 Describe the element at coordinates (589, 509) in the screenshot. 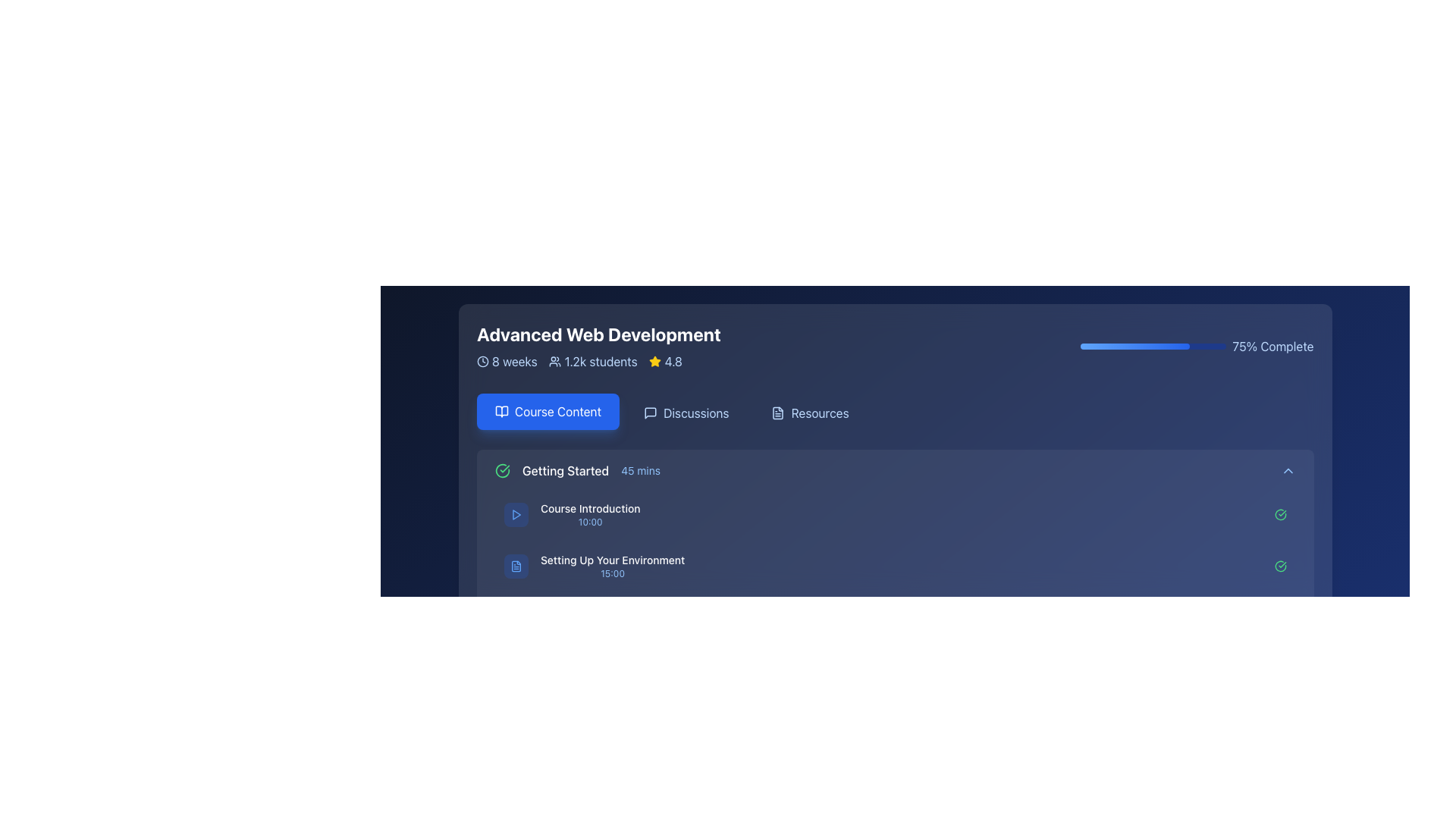

I see `the text label element displaying 'Course Introduction', which is styled in white color and located under the 'Getting Started' section of the course topics` at that location.